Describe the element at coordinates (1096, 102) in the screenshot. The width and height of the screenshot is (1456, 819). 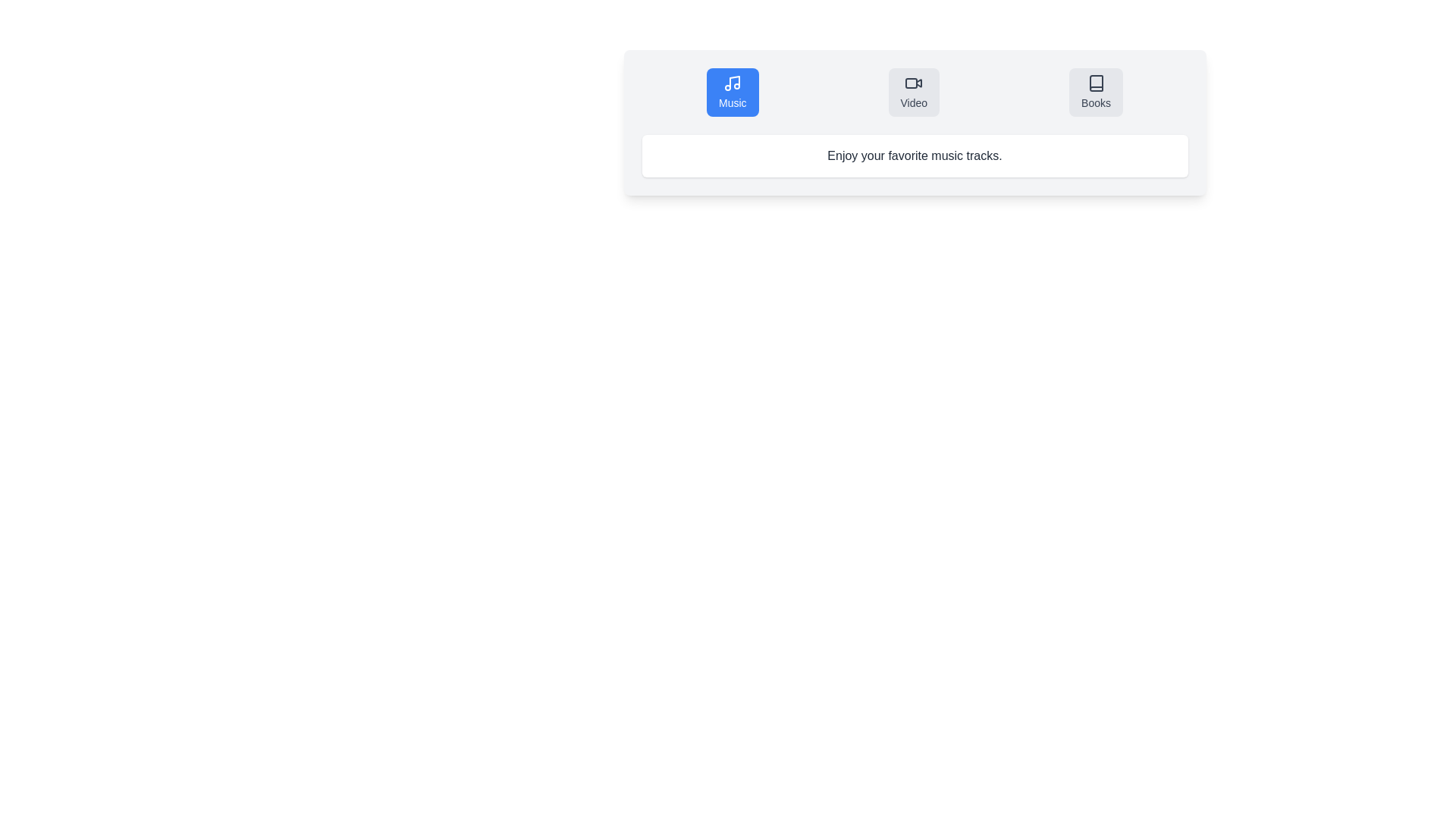
I see `the text label 'Books' located at the bottom of a rounded rectangular button with a light gray background, positioned in the top-right corner of a set of category buttons` at that location.